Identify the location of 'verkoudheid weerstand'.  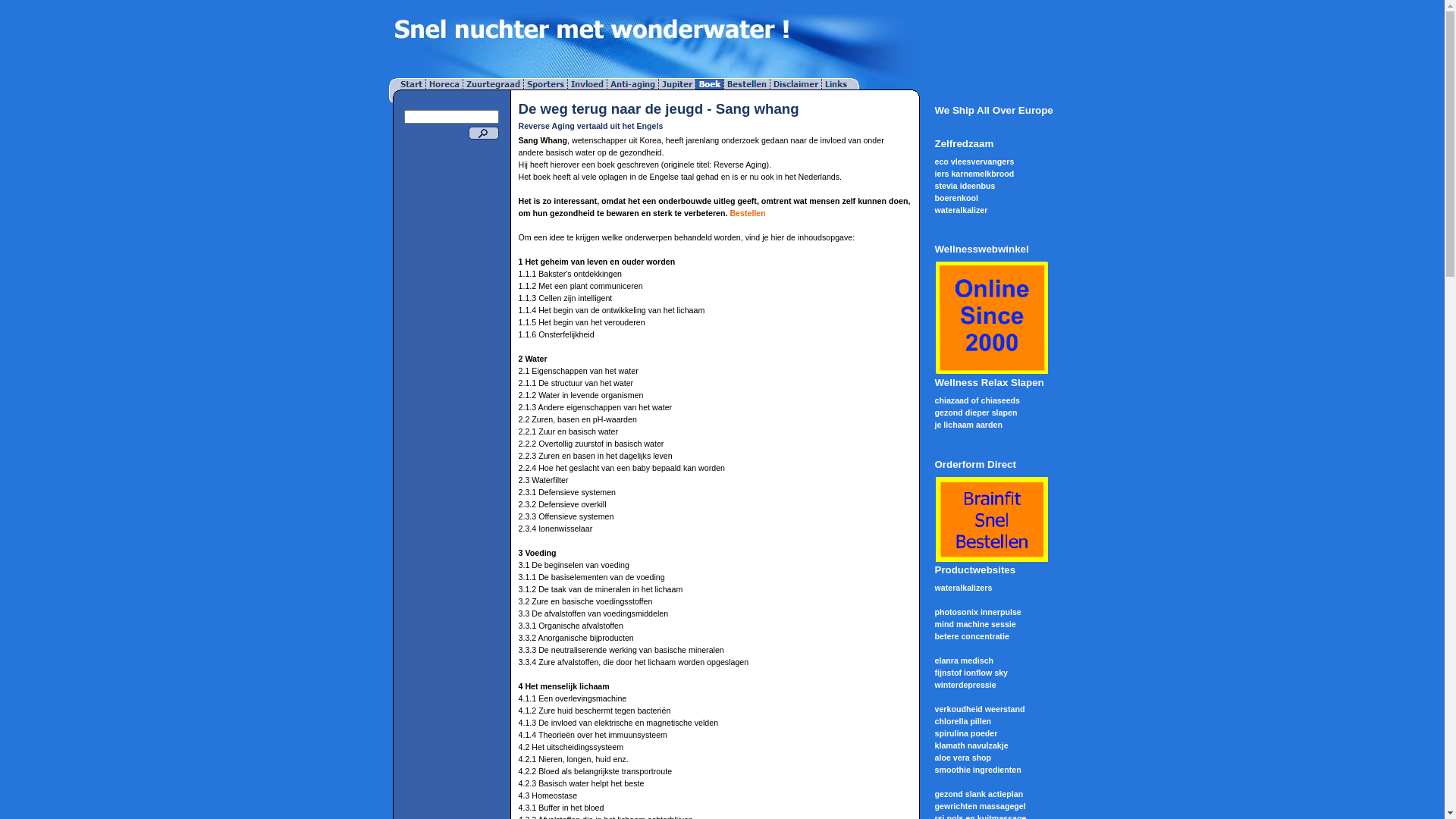
(979, 708).